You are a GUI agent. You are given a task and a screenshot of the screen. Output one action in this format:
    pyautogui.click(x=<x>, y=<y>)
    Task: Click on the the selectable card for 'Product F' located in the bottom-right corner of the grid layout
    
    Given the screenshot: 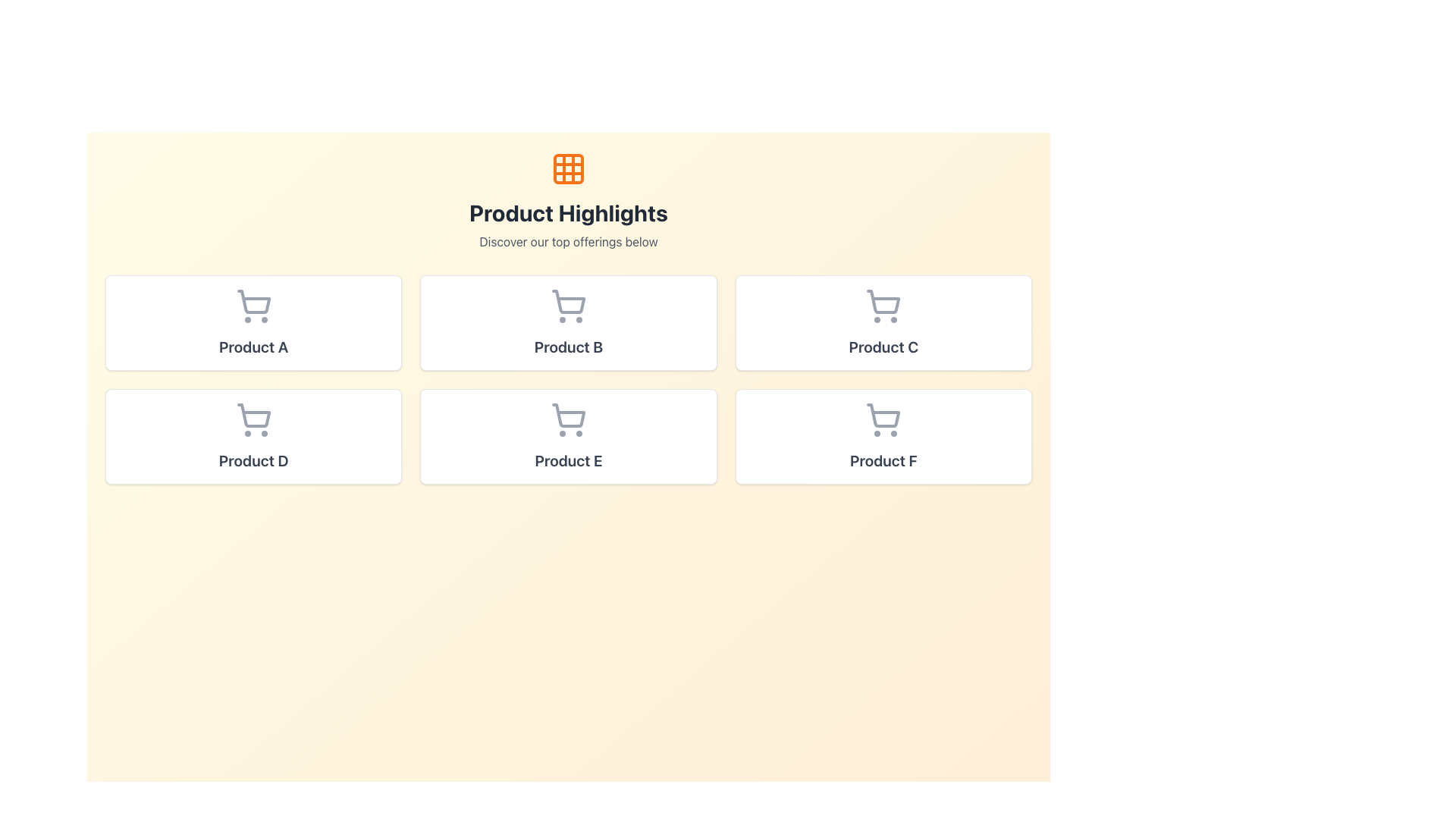 What is the action you would take?
    pyautogui.click(x=883, y=436)
    